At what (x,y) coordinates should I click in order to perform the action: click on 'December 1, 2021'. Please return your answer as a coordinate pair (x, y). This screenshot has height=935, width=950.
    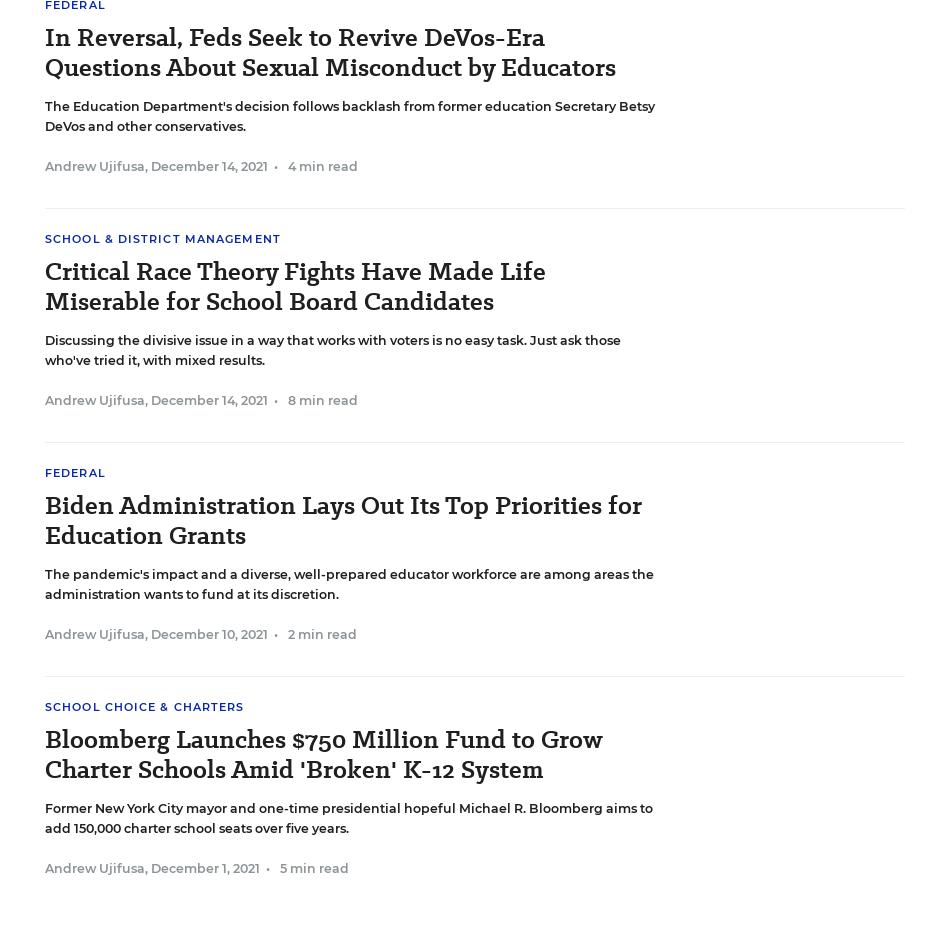
    Looking at the image, I should click on (205, 867).